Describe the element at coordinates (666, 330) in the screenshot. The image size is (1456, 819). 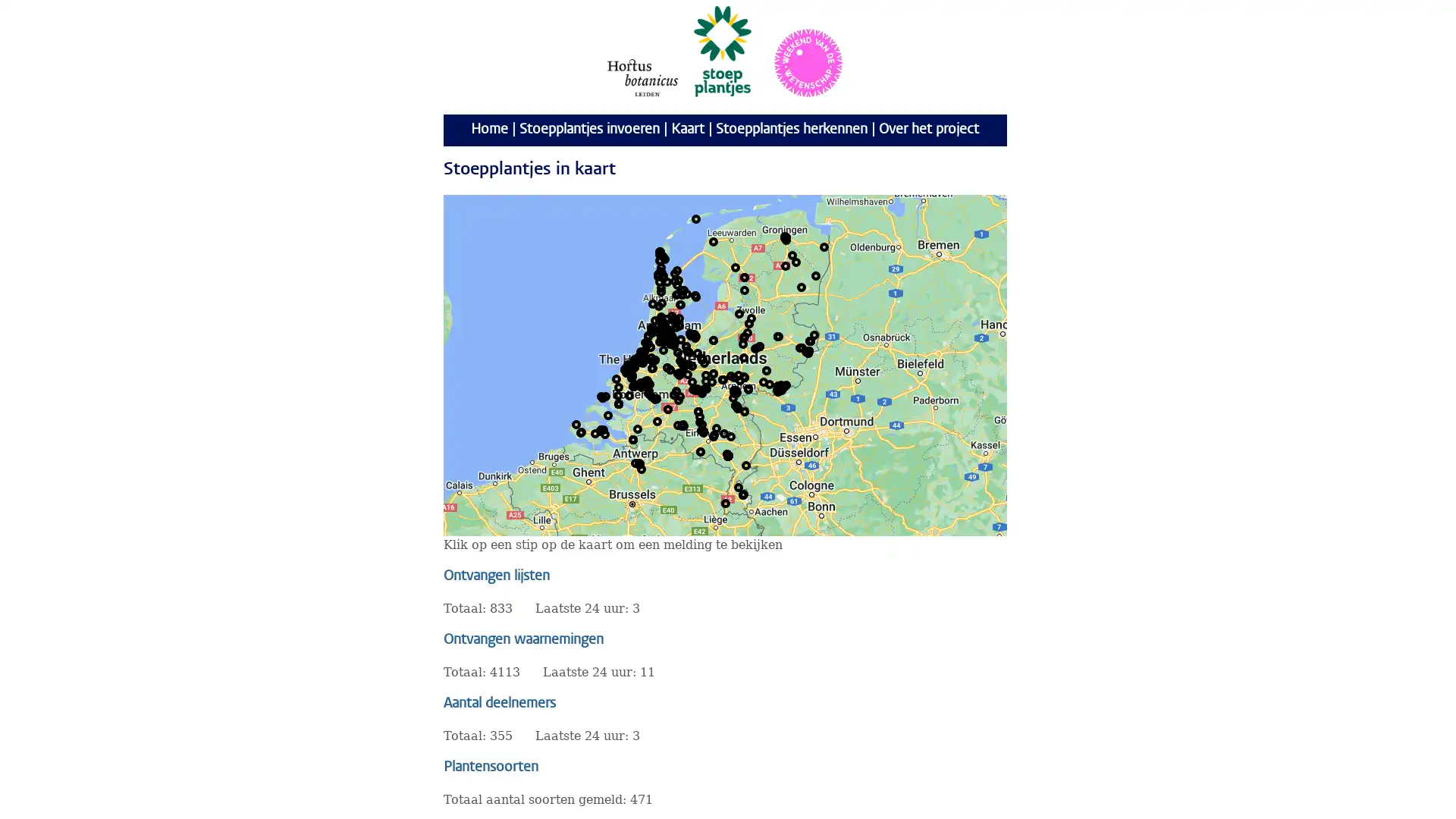
I see `Telling van op 15 mei 2022` at that location.